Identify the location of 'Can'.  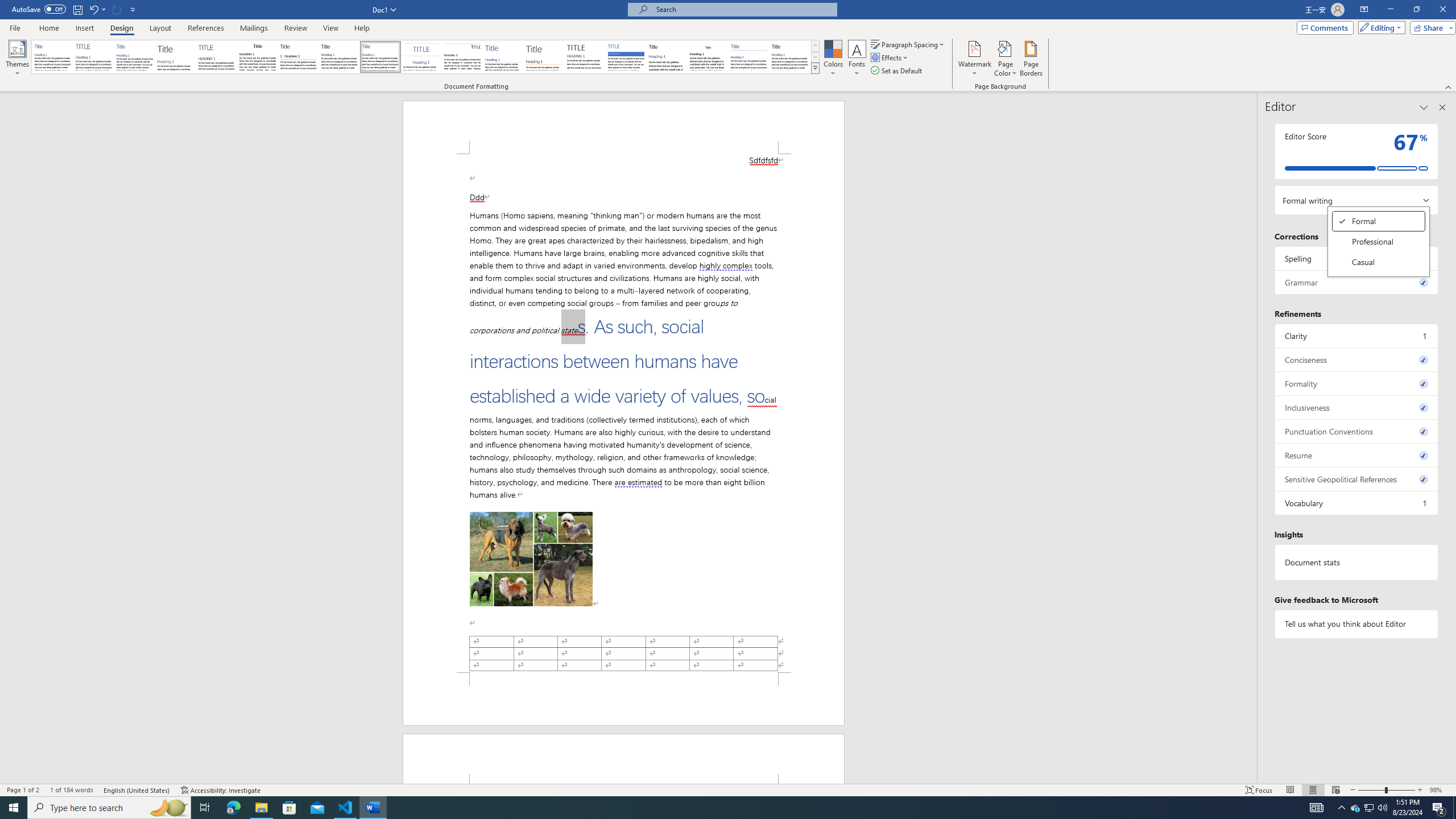
(117, 9).